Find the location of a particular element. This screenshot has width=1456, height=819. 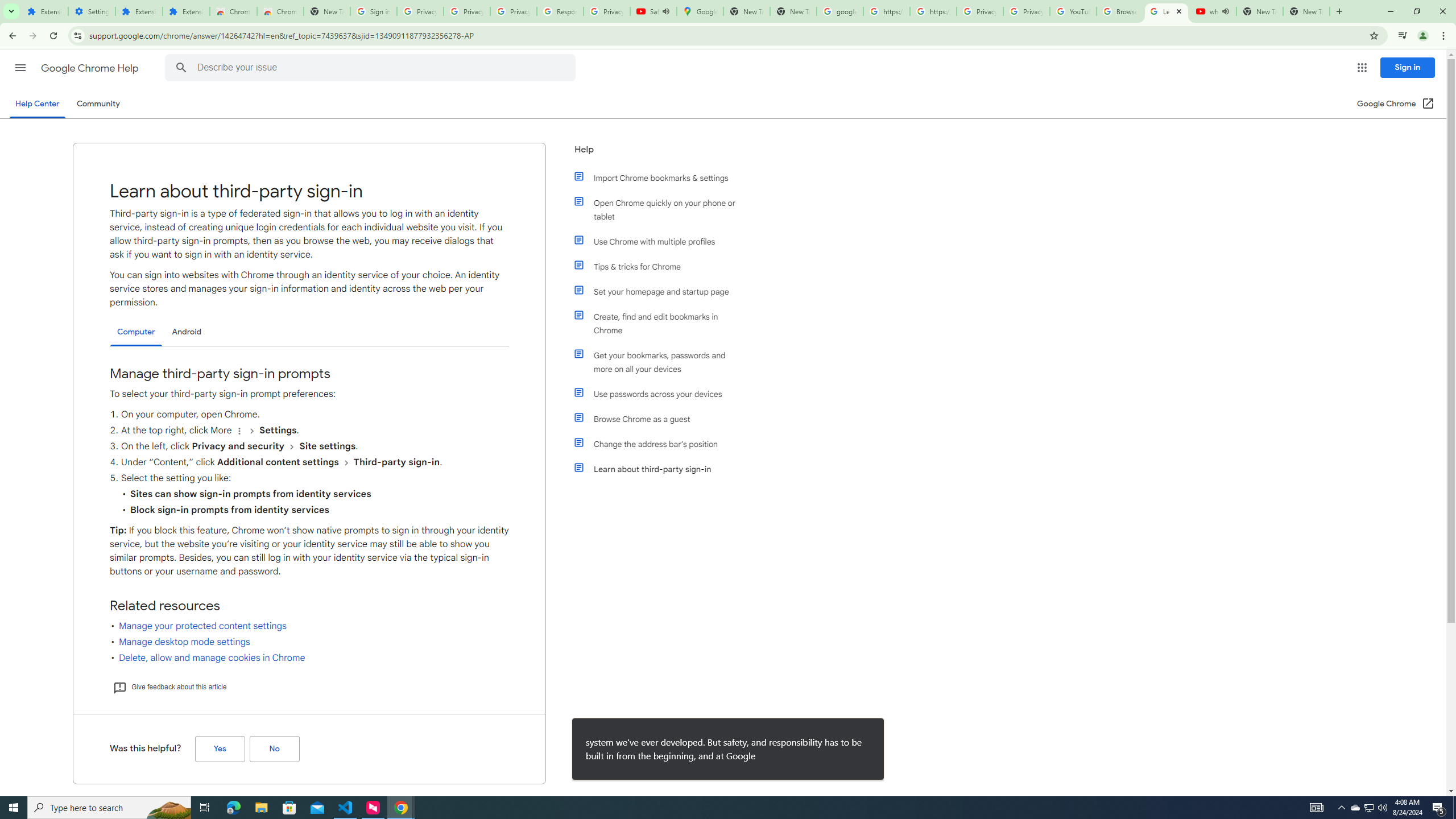

'https://scholar.google.com/' is located at coordinates (932, 11).